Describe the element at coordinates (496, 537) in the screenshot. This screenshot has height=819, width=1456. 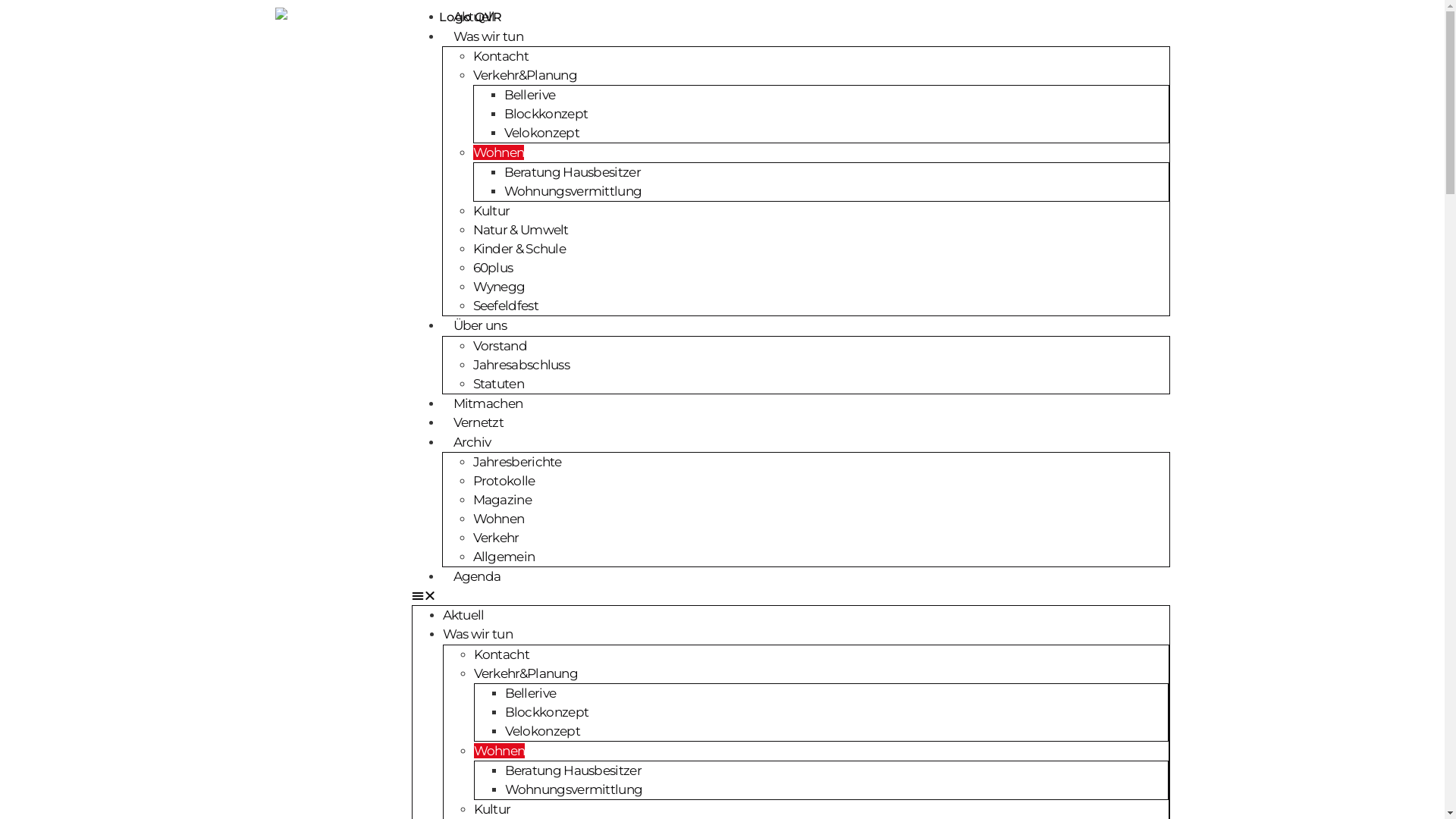
I see `'Verkehr'` at that location.